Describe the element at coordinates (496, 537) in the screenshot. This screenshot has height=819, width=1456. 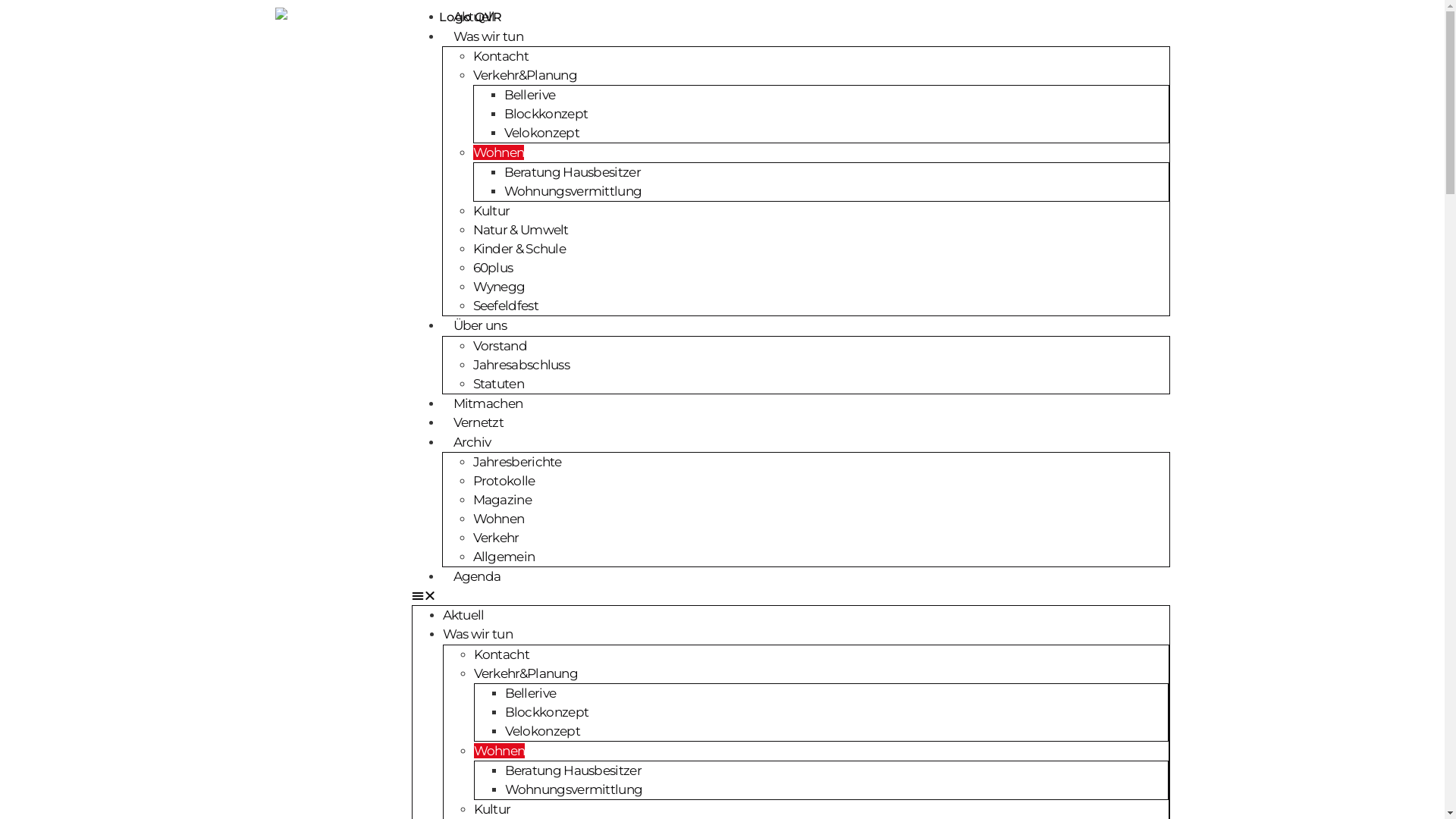
I see `'Verkehr'` at that location.